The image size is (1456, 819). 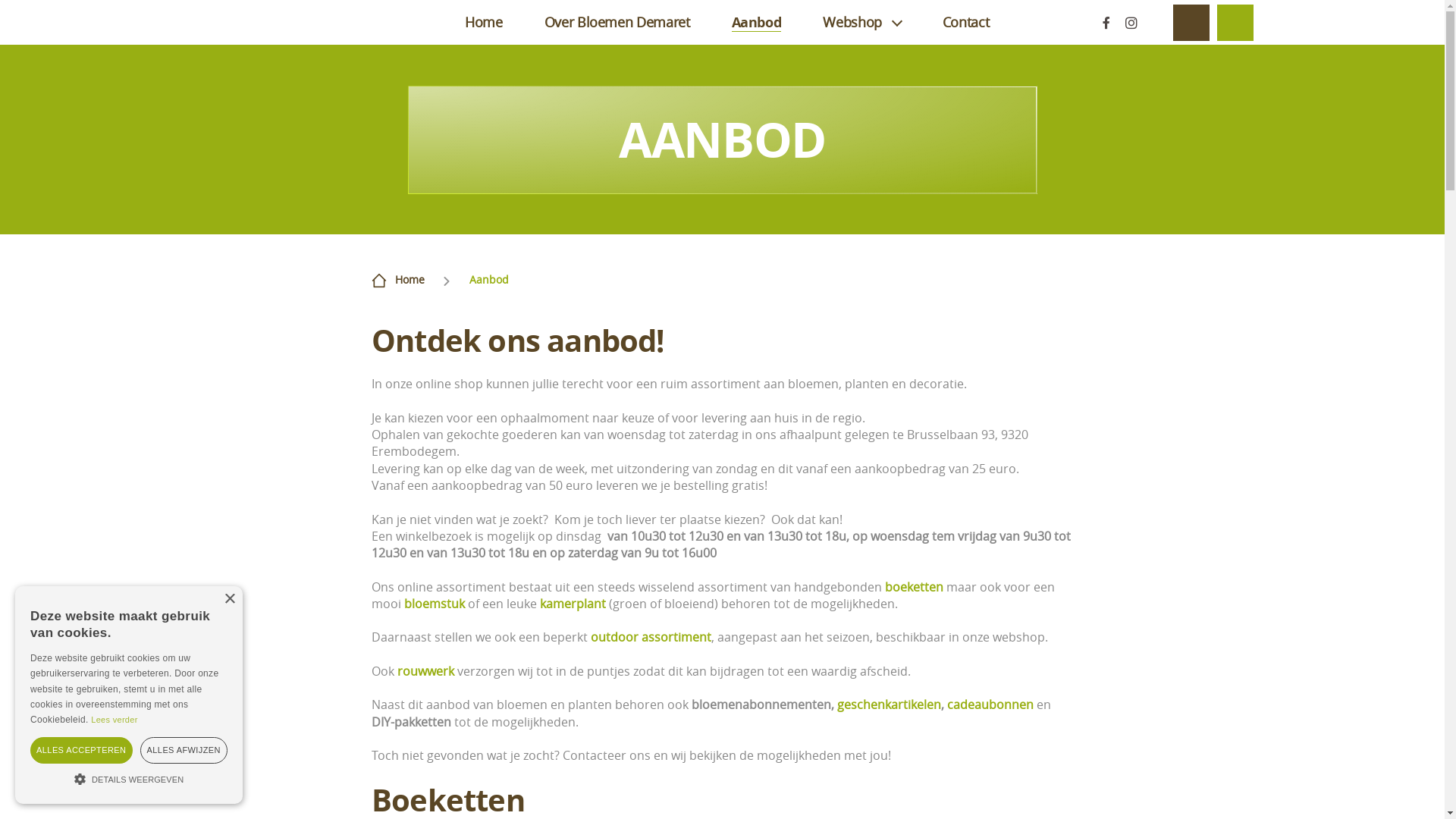 What do you see at coordinates (1130, 22) in the screenshot?
I see `'Instagram'` at bounding box center [1130, 22].